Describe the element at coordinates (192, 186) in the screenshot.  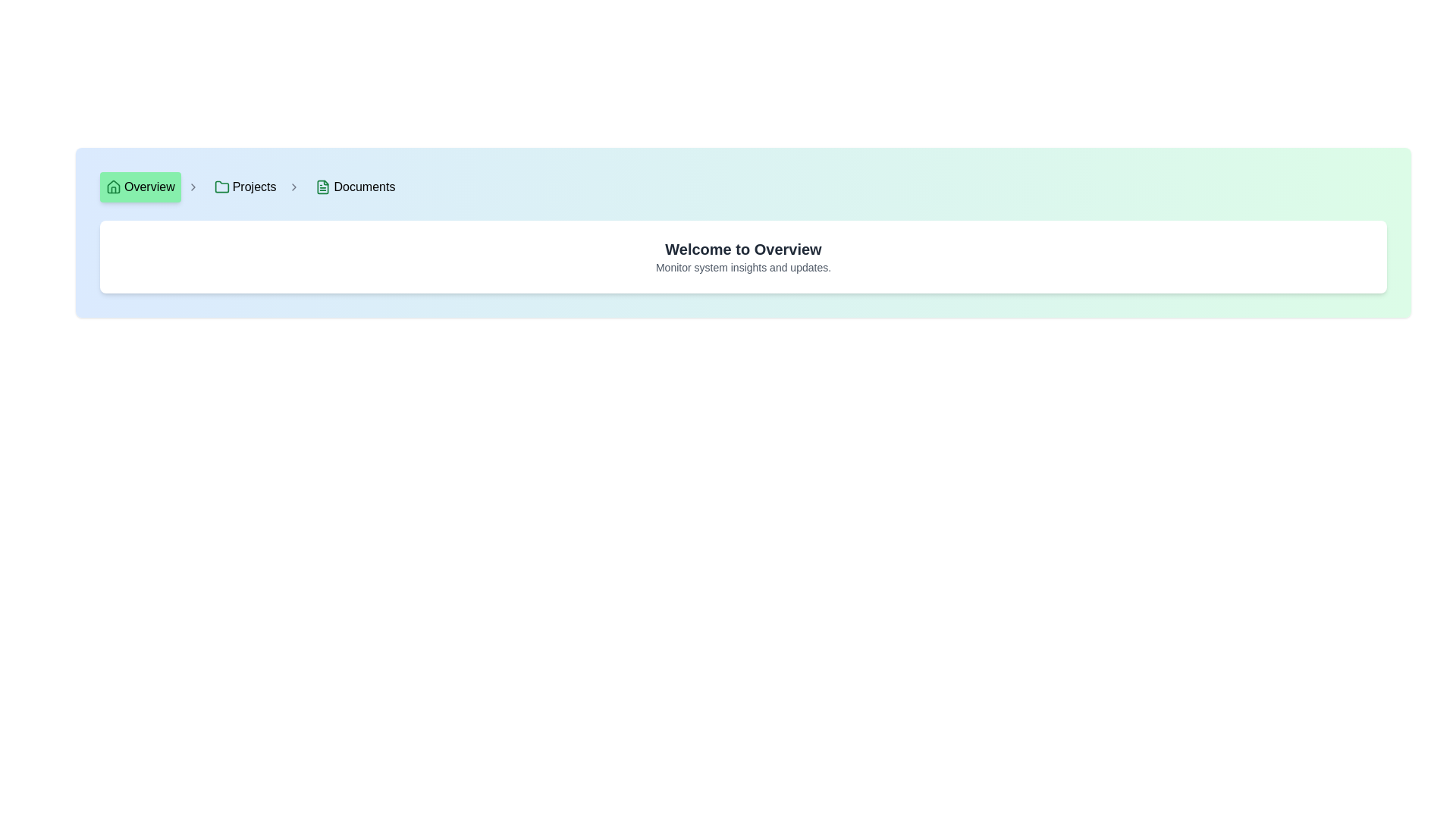
I see `the right-pointing chevron icon, which is styled with a thin stroke and rounded edges, located directly` at that location.